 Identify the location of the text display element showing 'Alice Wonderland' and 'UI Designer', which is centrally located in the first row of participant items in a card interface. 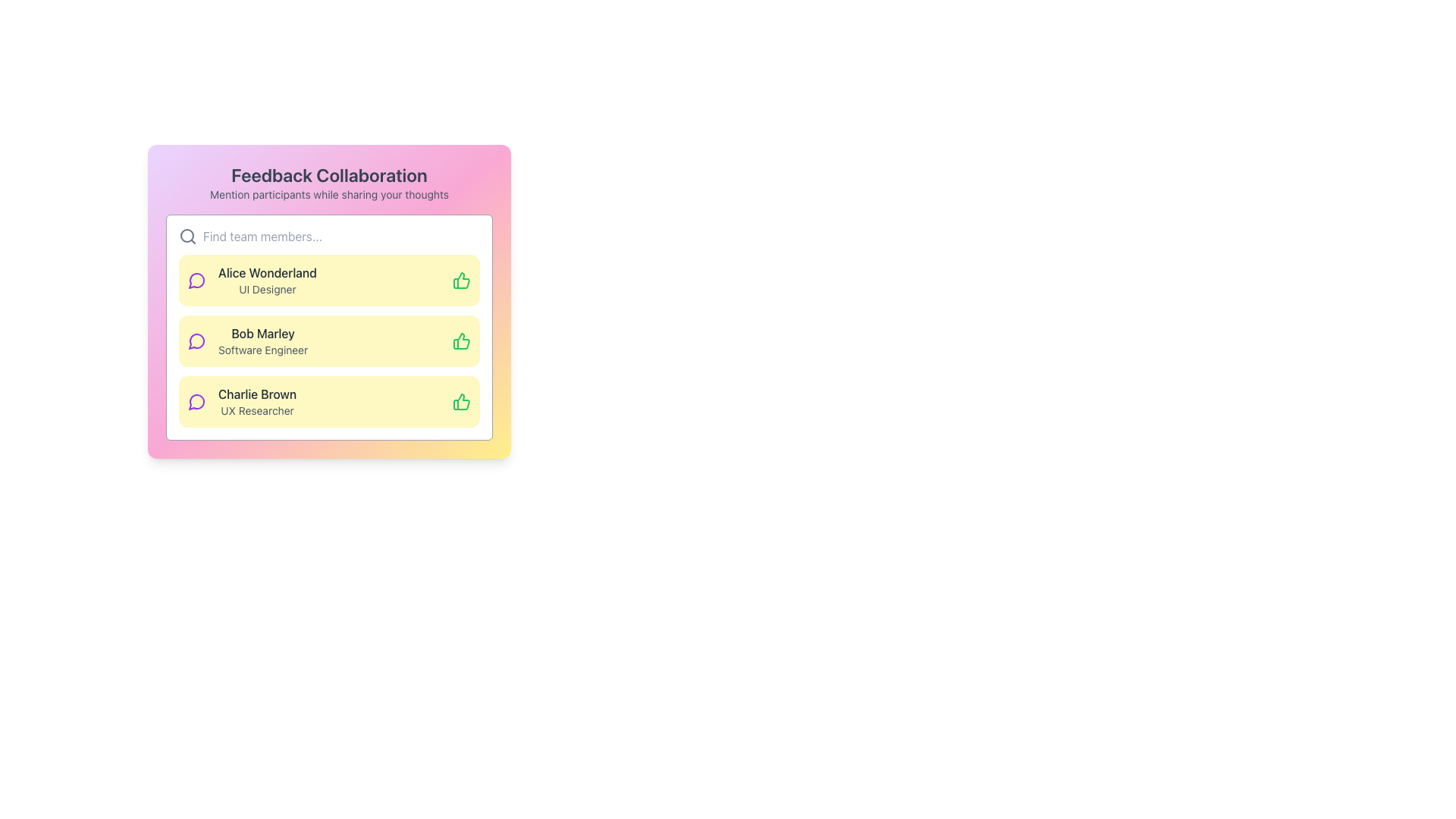
(267, 281).